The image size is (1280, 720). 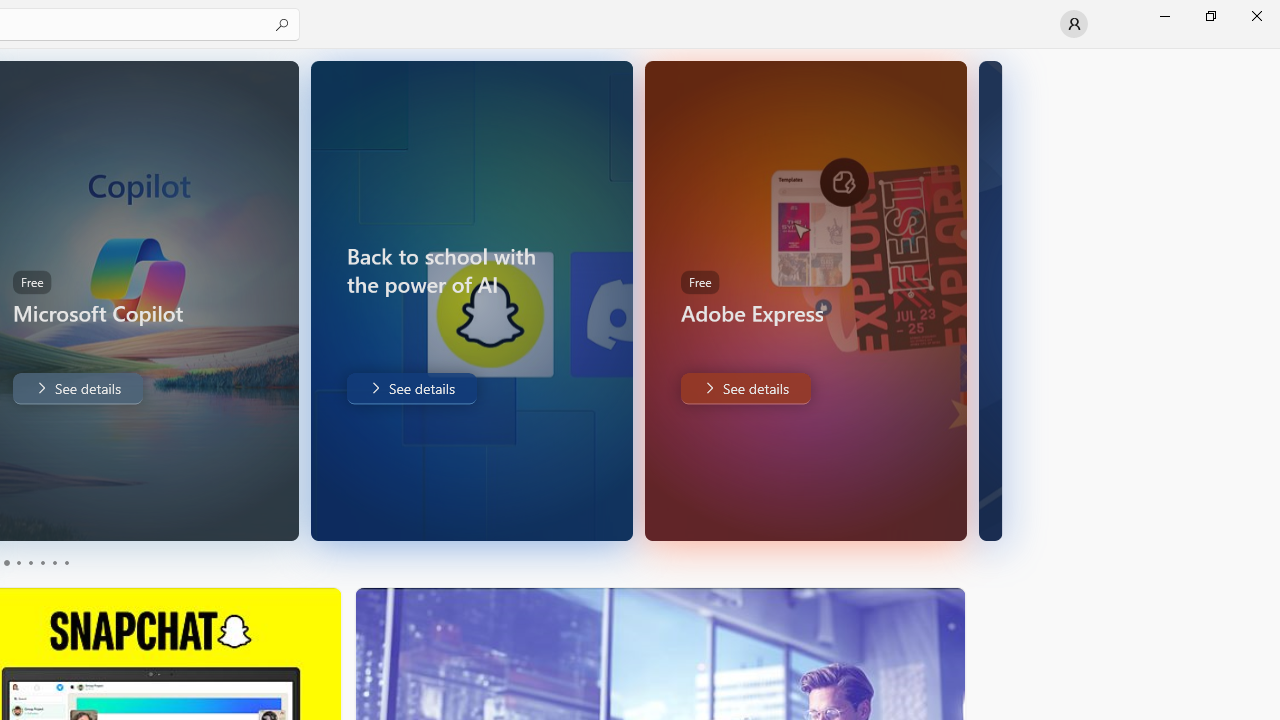 What do you see at coordinates (35, 563) in the screenshot?
I see `'Pager'` at bounding box center [35, 563].